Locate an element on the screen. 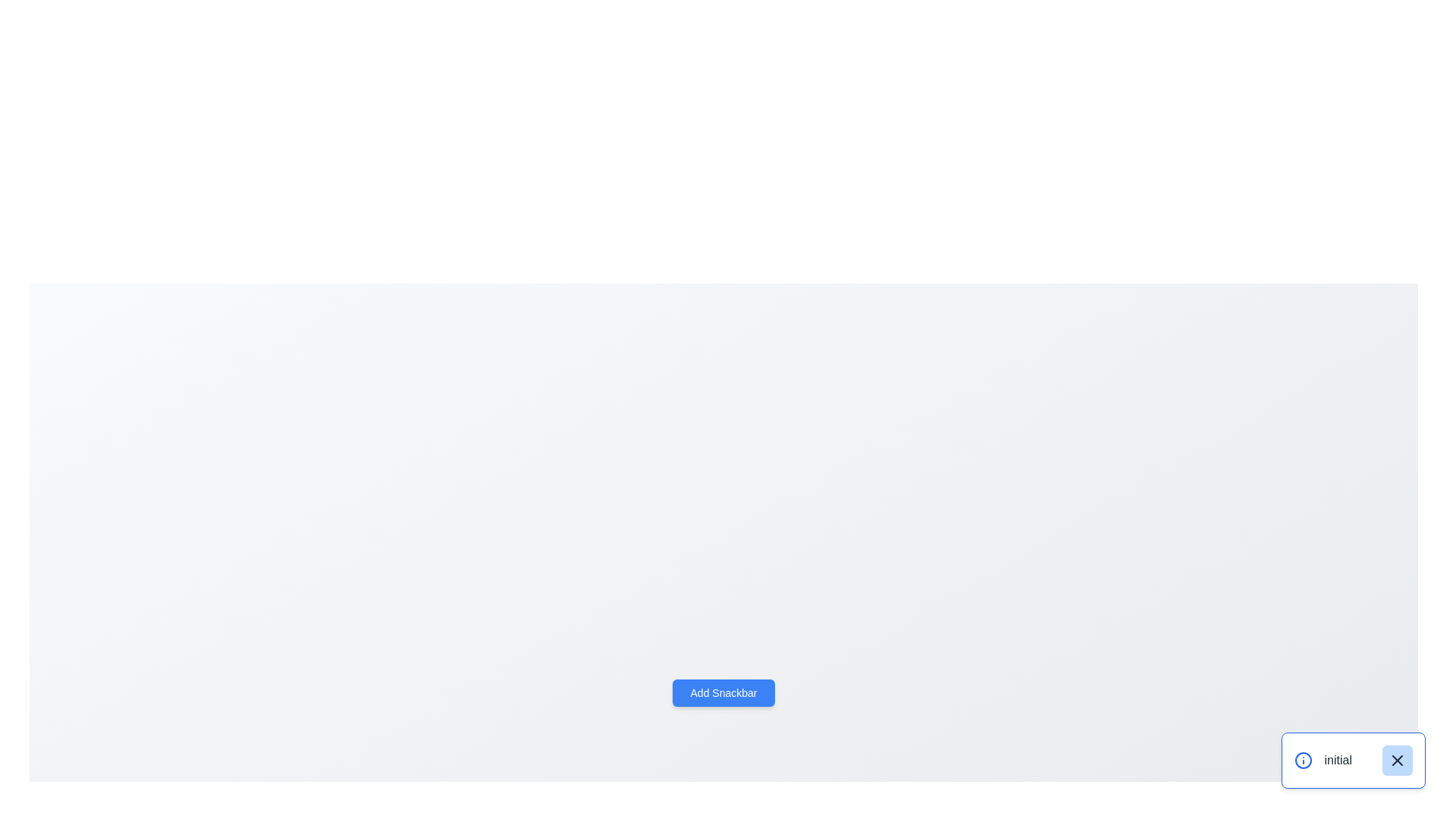 This screenshot has width=1456, height=819. the circular blue outlined icon with a central dot, which serves as a notification indicator is located at coordinates (1302, 760).